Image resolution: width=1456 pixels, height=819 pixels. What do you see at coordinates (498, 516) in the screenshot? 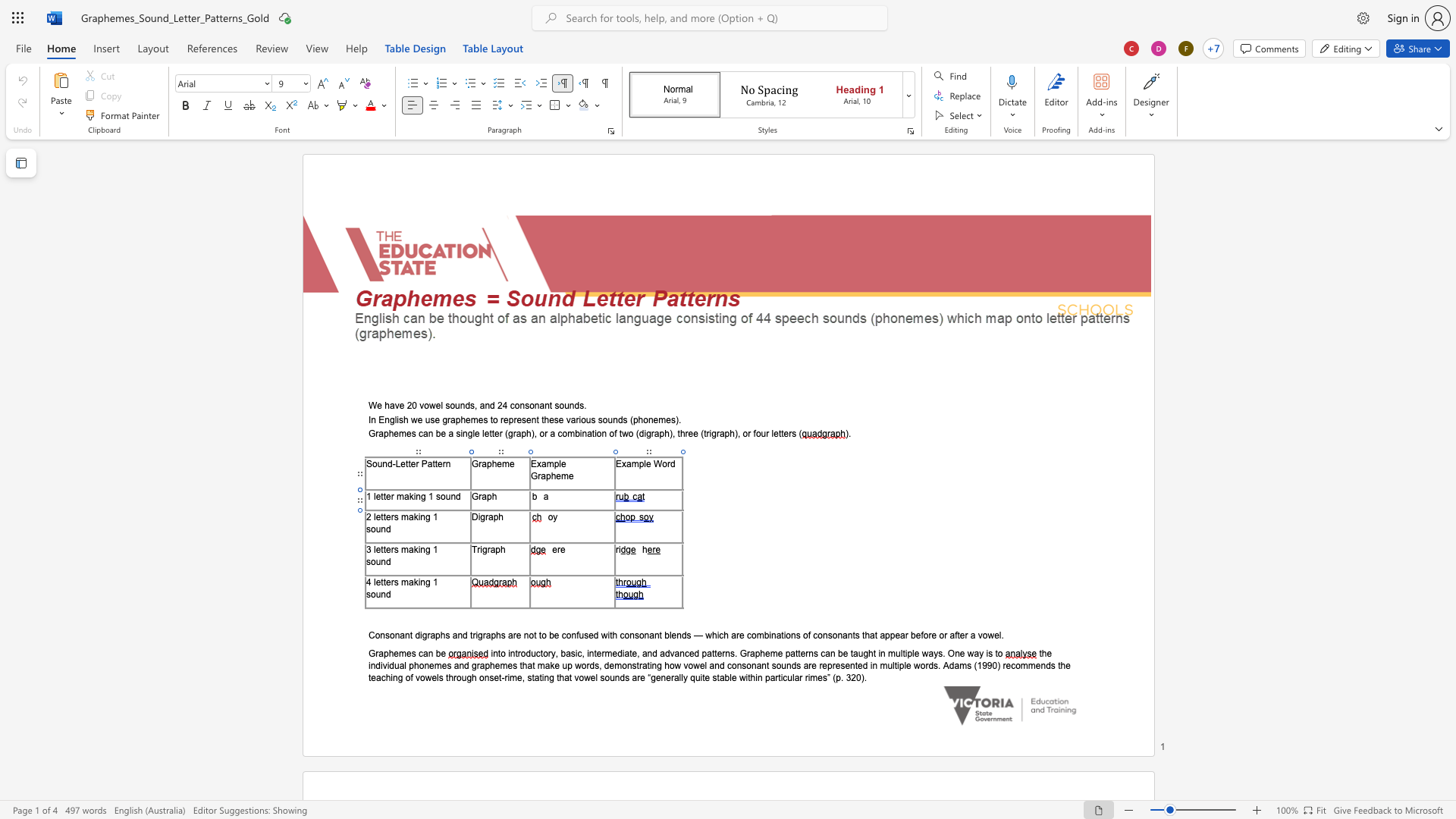
I see `the space between the continuous character "p" and "h" in the text` at bounding box center [498, 516].